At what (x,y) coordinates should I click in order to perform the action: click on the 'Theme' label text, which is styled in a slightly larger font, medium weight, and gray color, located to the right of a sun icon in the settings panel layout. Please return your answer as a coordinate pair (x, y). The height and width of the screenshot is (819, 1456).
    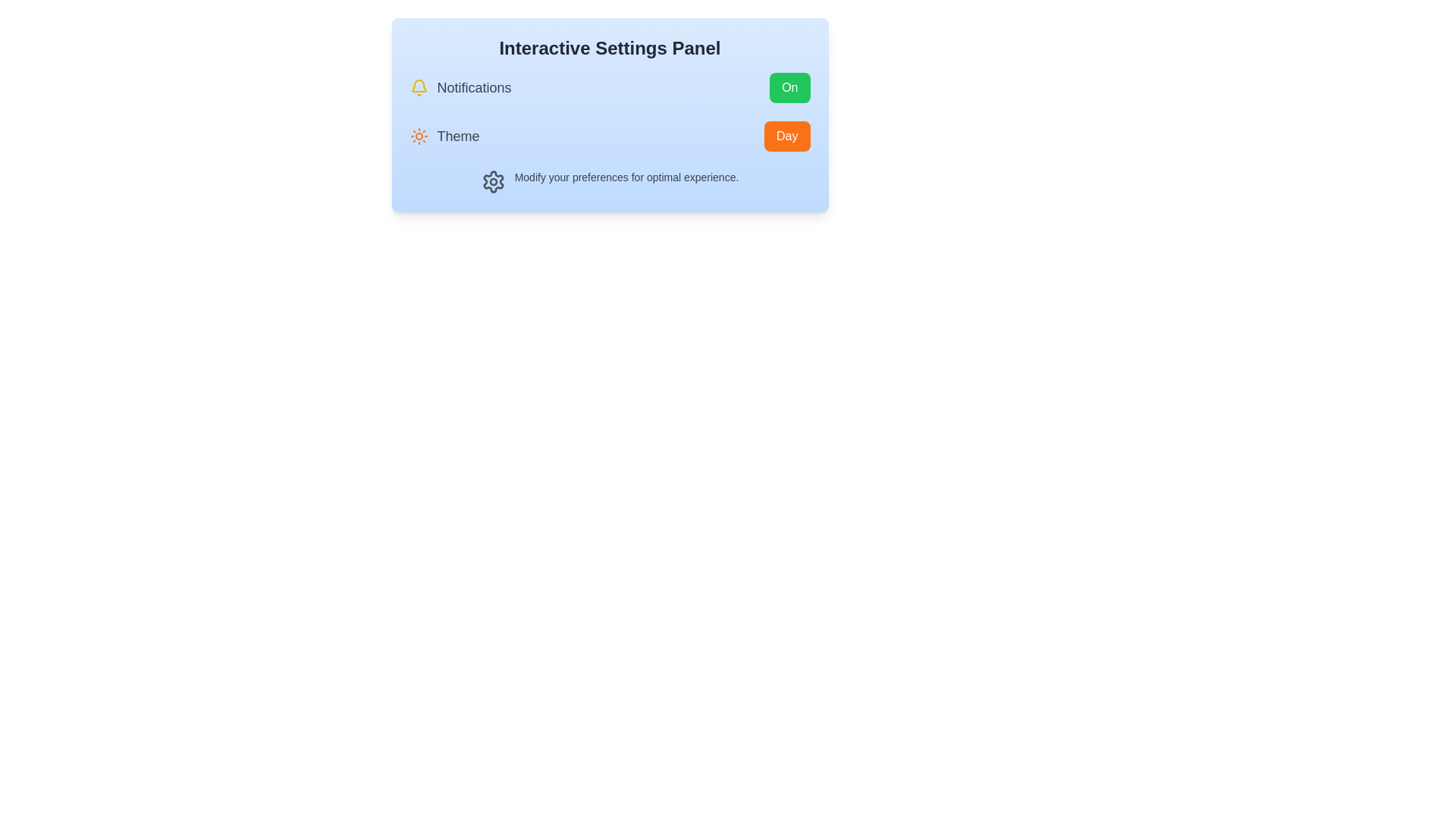
    Looking at the image, I should click on (457, 136).